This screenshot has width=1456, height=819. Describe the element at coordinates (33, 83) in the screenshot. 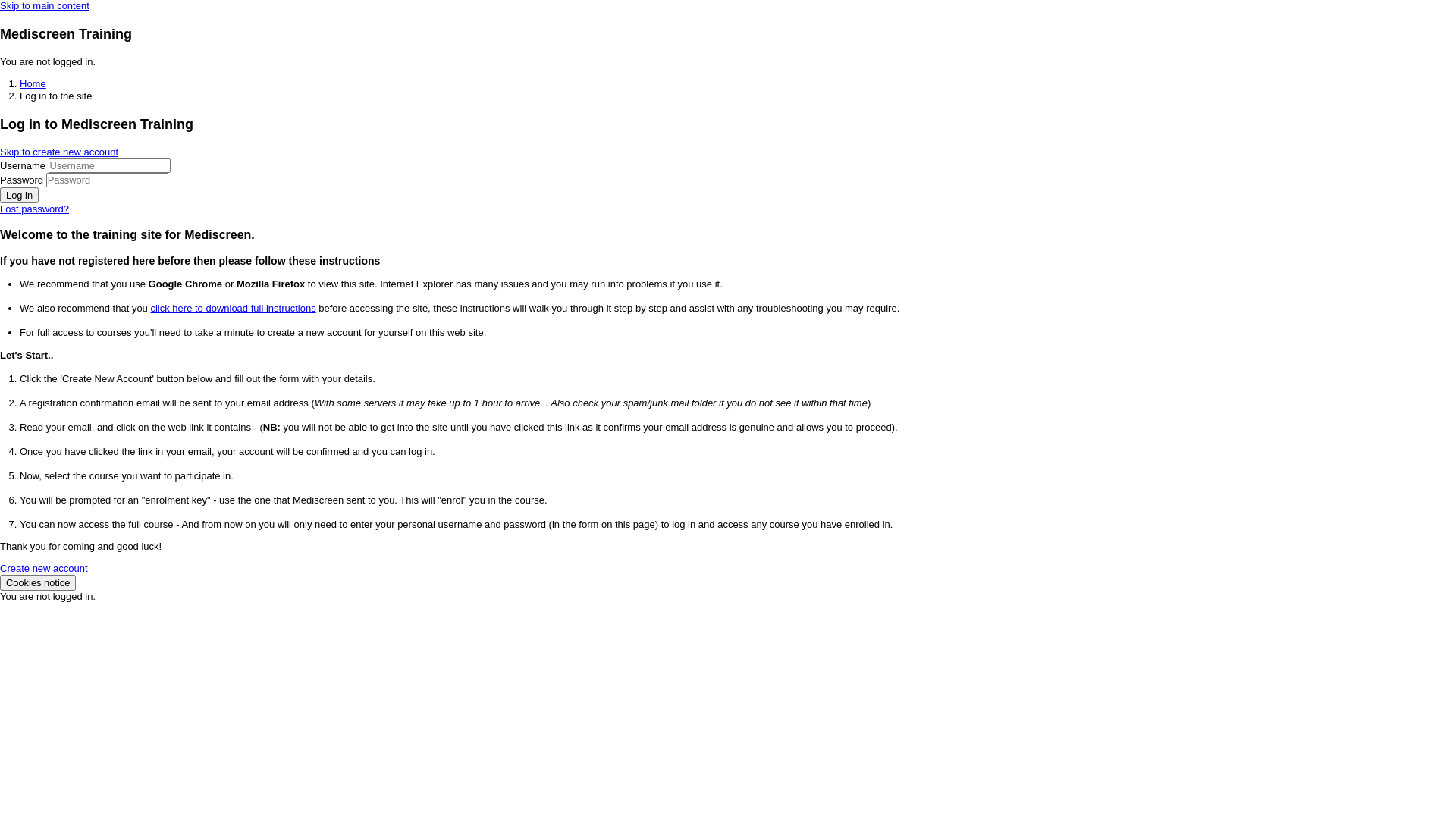

I see `'Home'` at that location.